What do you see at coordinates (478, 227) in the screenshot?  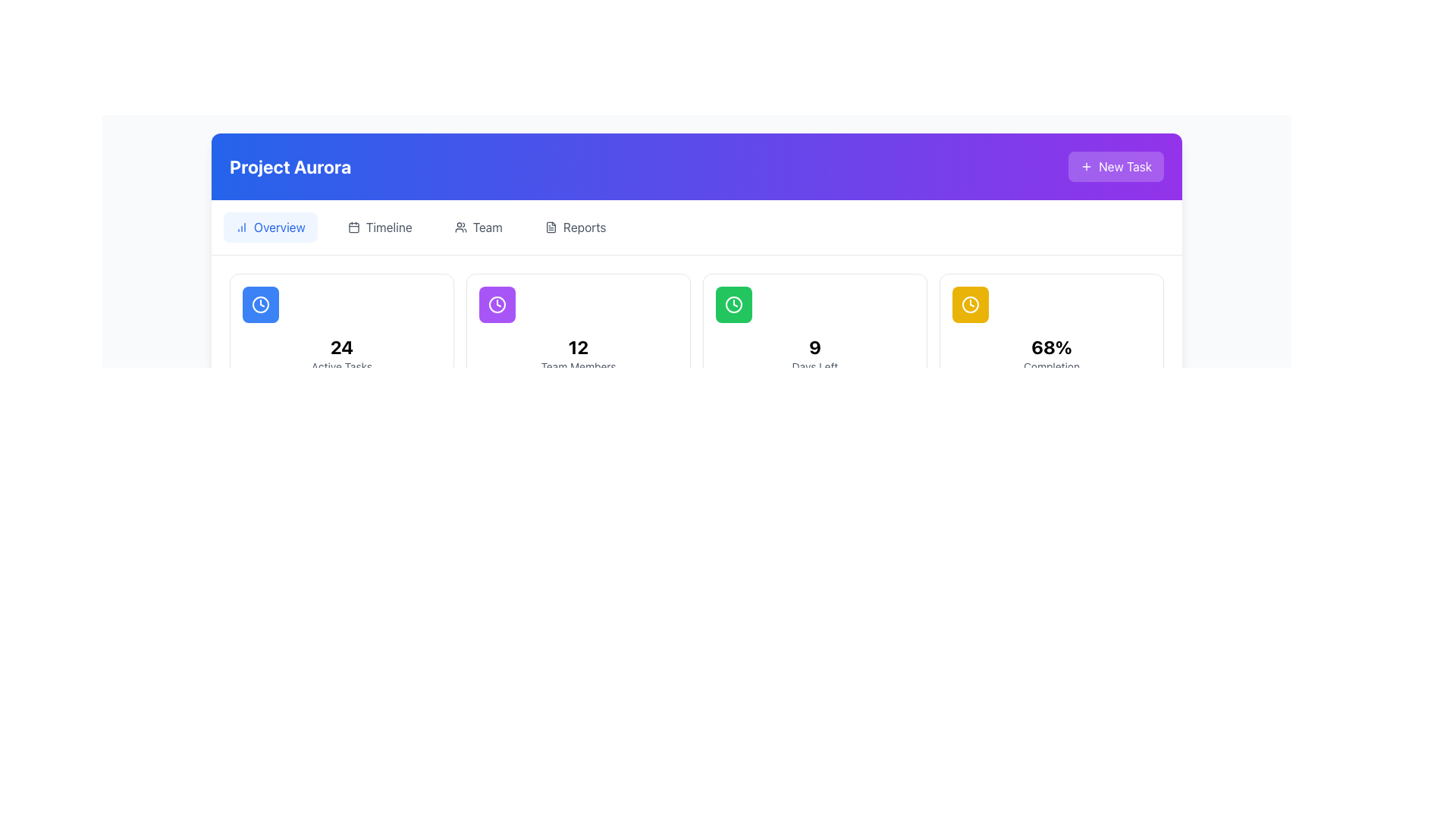 I see `the navigation menu item labeled 'Team'` at bounding box center [478, 227].